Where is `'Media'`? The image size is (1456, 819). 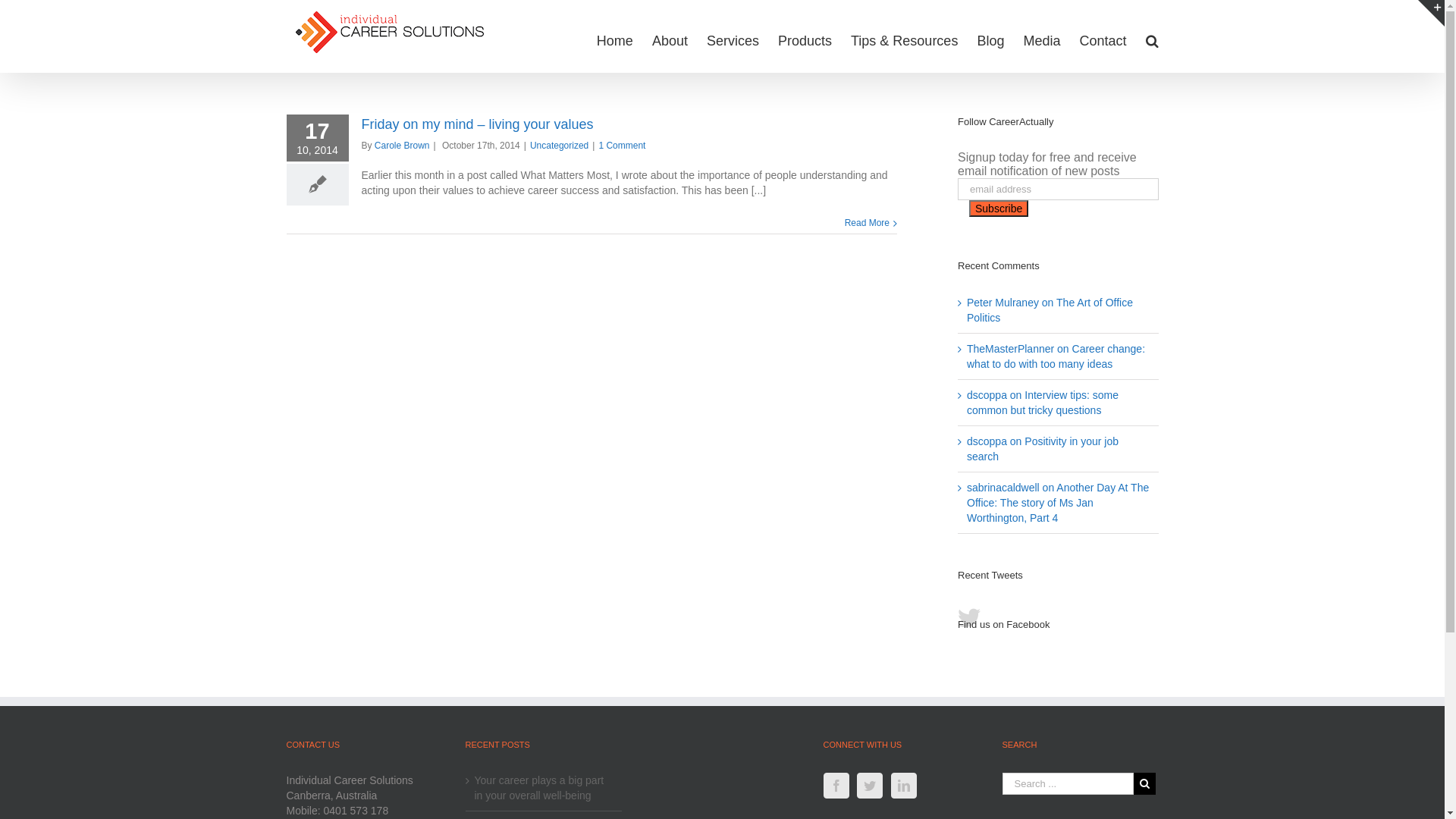
'Media' is located at coordinates (1040, 39).